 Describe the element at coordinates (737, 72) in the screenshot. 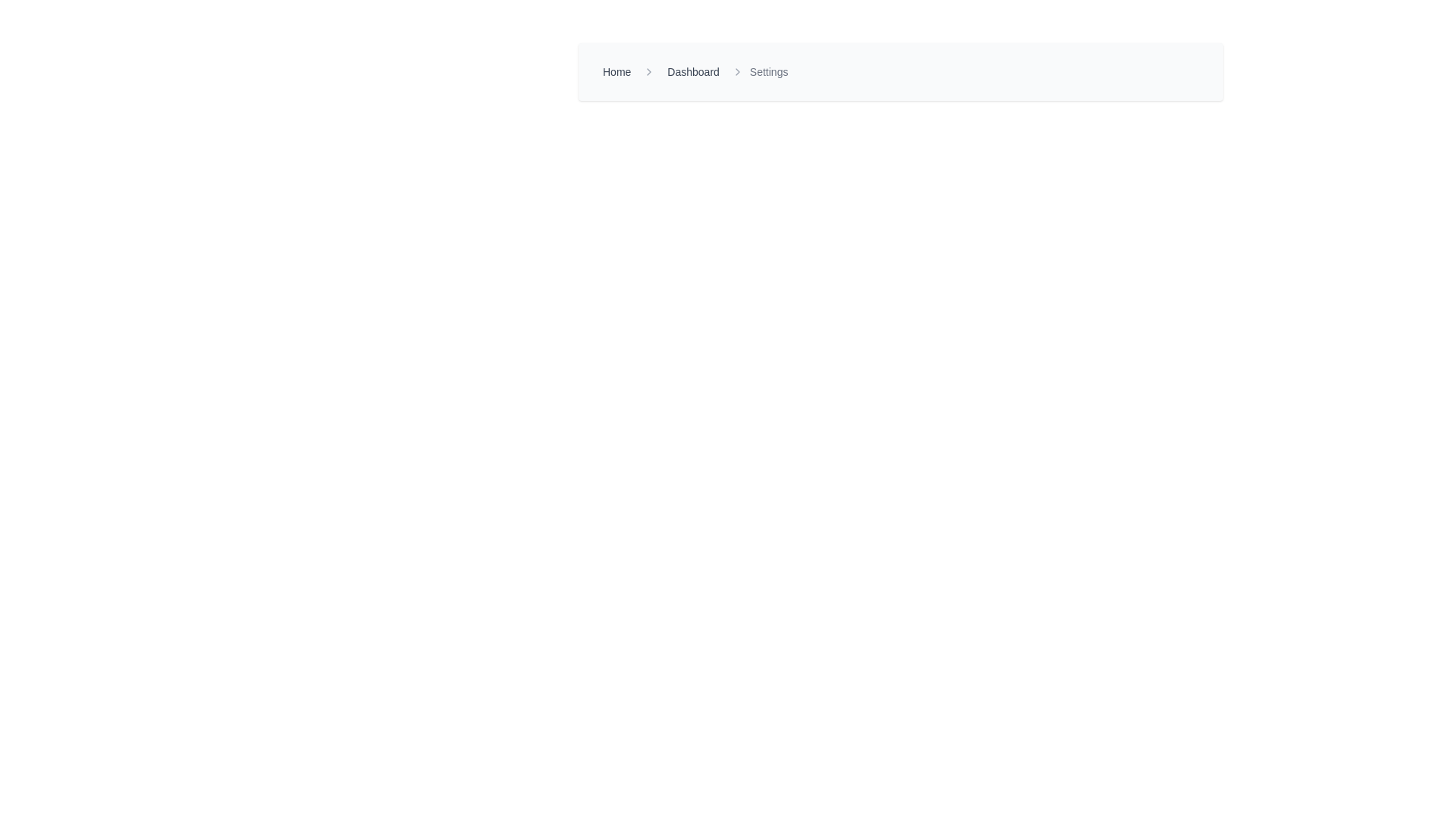

I see `the Navigation separator arrow icon, which is an arrow-shaped icon pointing to the right, located between the 'Dashboard' and 'Settings' text links in the breadcrumb navigation bar` at that location.